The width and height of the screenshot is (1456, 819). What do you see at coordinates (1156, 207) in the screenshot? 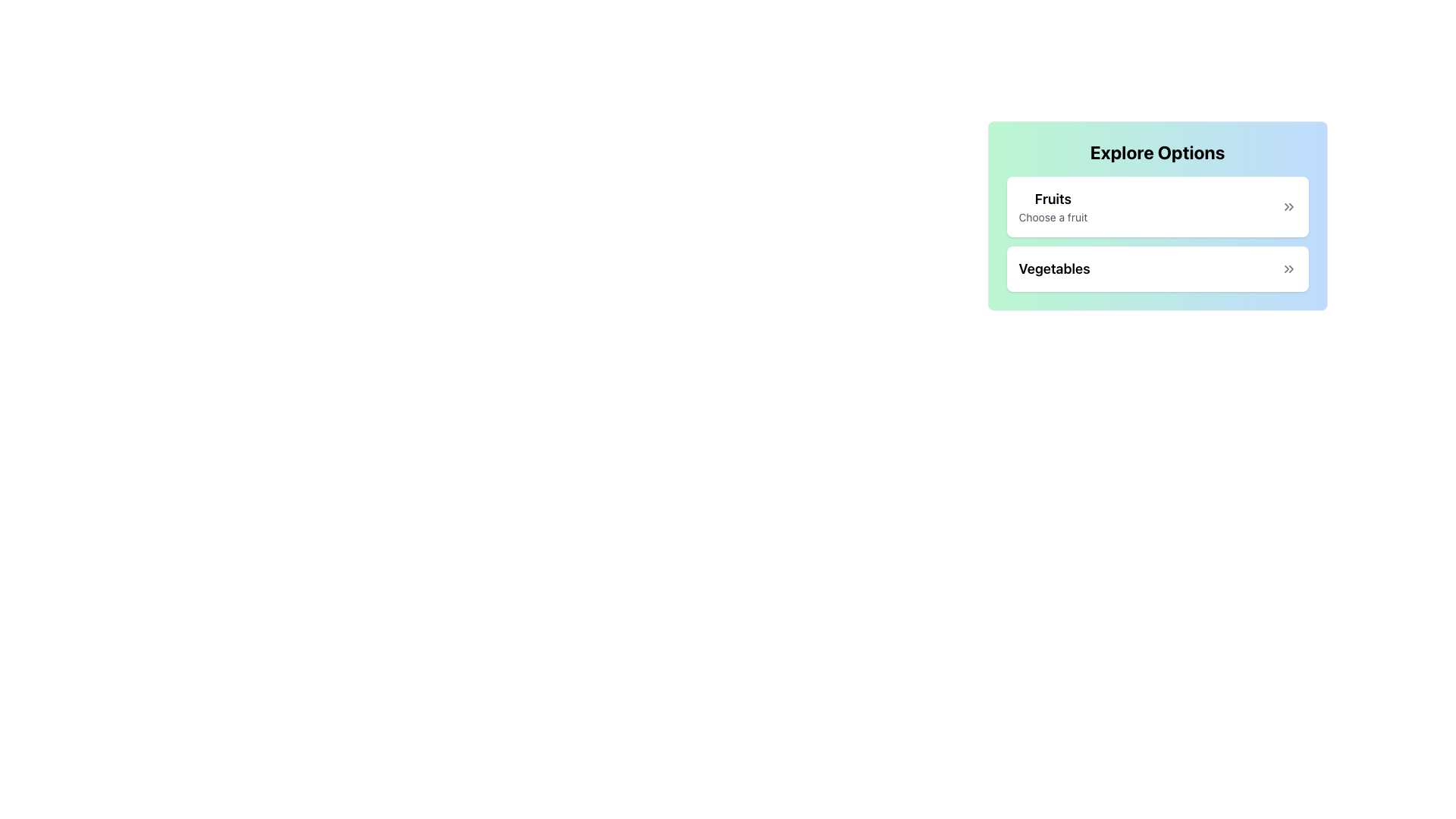
I see `the first card labeled 'Fruits' in the options list` at bounding box center [1156, 207].